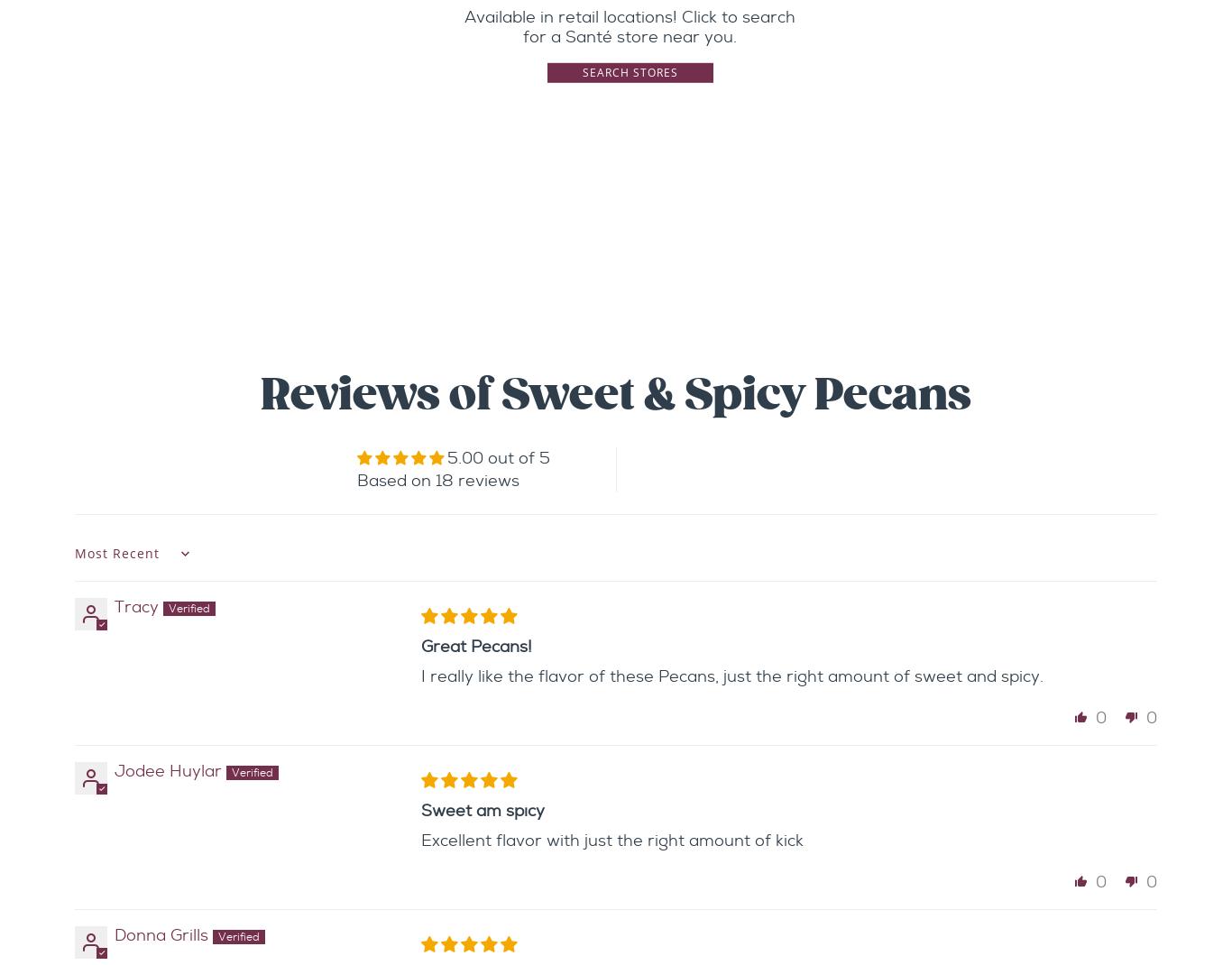 The width and height of the screenshot is (1232, 965). Describe the element at coordinates (616, 393) in the screenshot. I see `'Reviews of Sweet & Spicy Pecans'` at that location.